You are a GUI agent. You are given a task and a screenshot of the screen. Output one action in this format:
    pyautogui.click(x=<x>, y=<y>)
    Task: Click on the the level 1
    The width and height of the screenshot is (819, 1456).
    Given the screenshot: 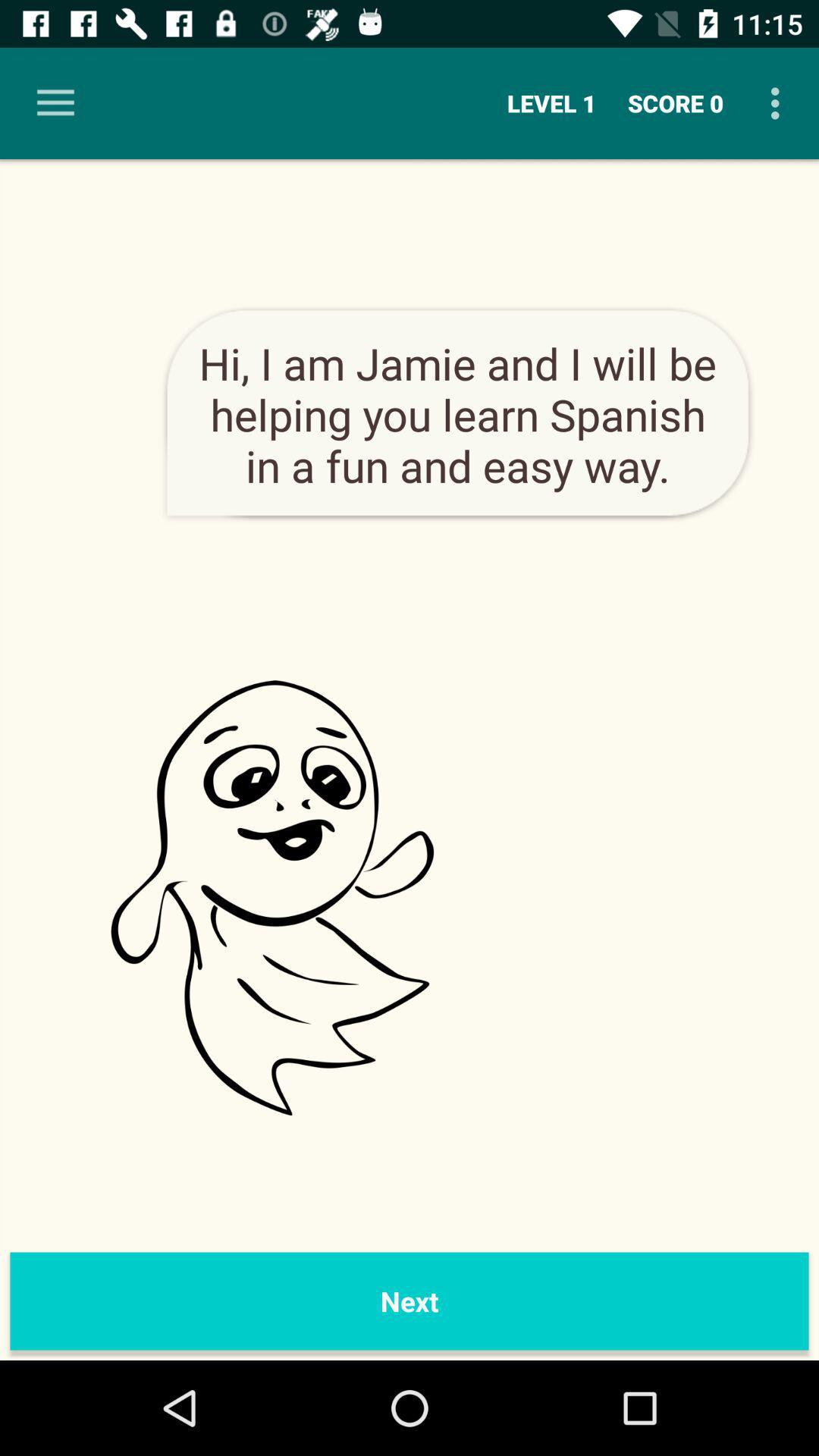 What is the action you would take?
    pyautogui.click(x=551, y=102)
    